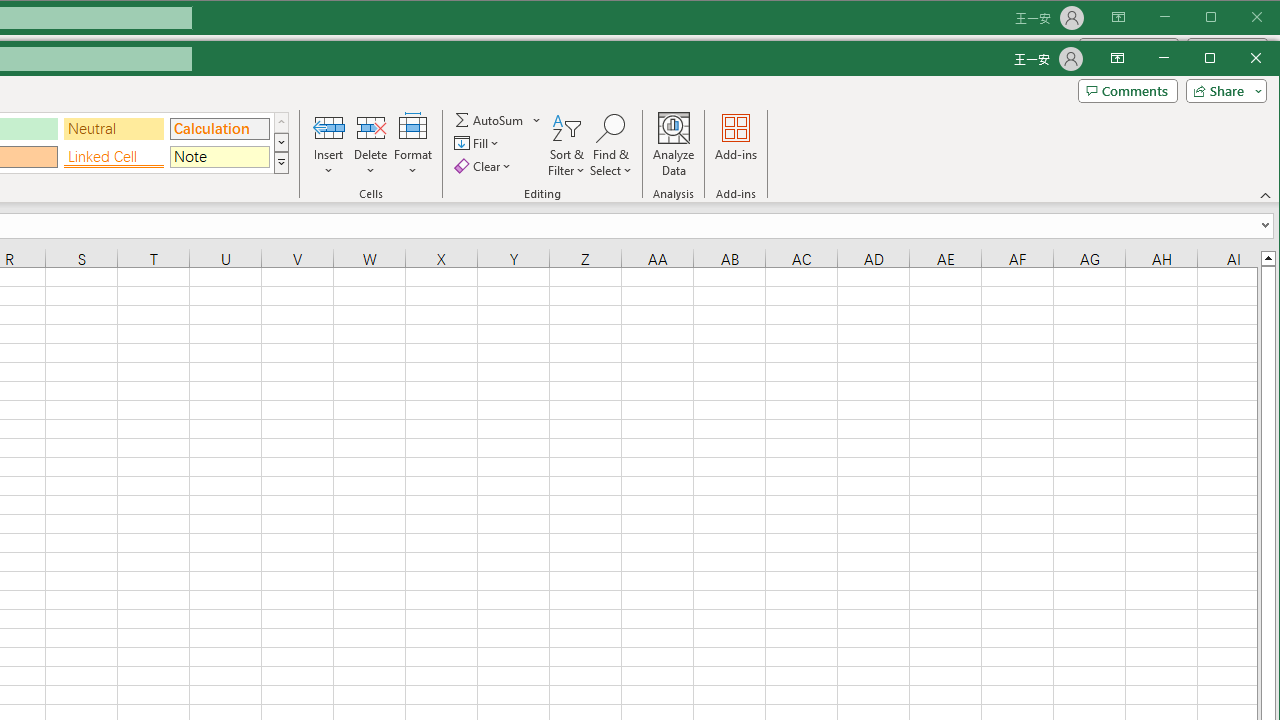  What do you see at coordinates (112, 129) in the screenshot?
I see `'Neutral'` at bounding box center [112, 129].